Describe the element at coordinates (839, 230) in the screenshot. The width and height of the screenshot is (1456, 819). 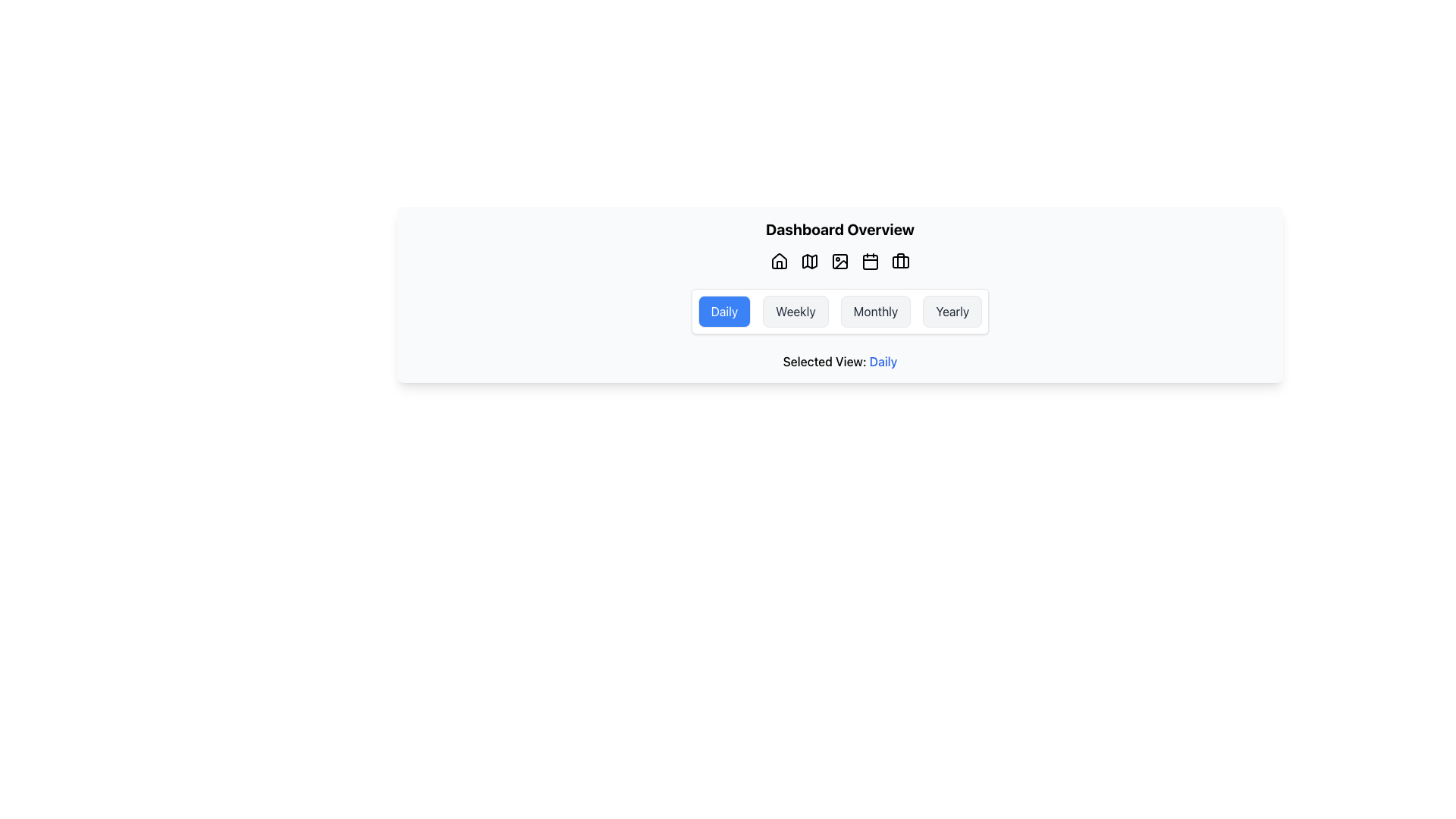
I see `the static text header 'Dashboard Overview', which is styled with a bold, extra-large font and is centered at the top of the panel` at that location.